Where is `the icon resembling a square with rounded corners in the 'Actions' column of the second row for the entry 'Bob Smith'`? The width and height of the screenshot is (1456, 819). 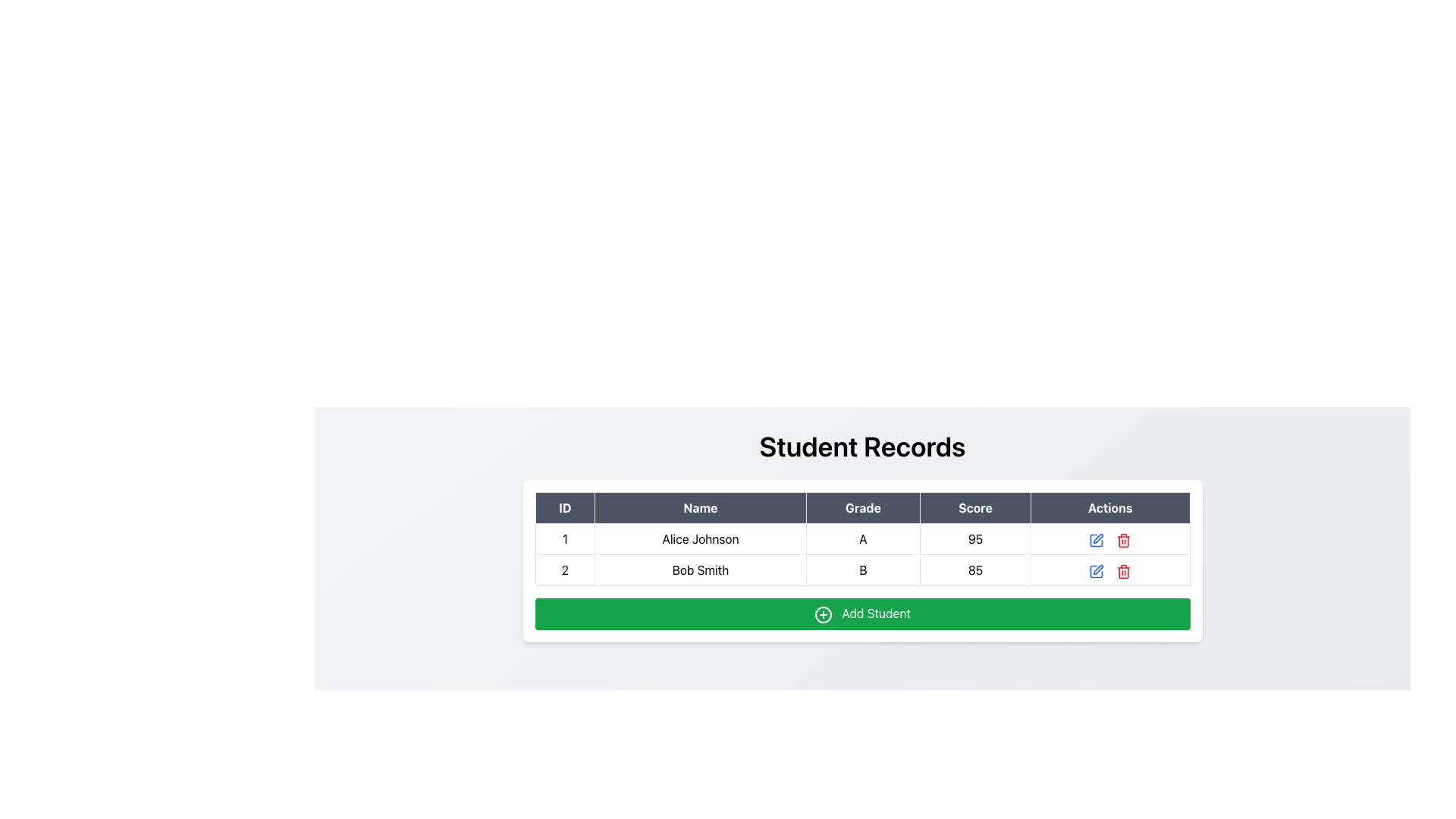
the icon resembling a square with rounded corners in the 'Actions' column of the second row for the entry 'Bob Smith' is located at coordinates (1097, 539).